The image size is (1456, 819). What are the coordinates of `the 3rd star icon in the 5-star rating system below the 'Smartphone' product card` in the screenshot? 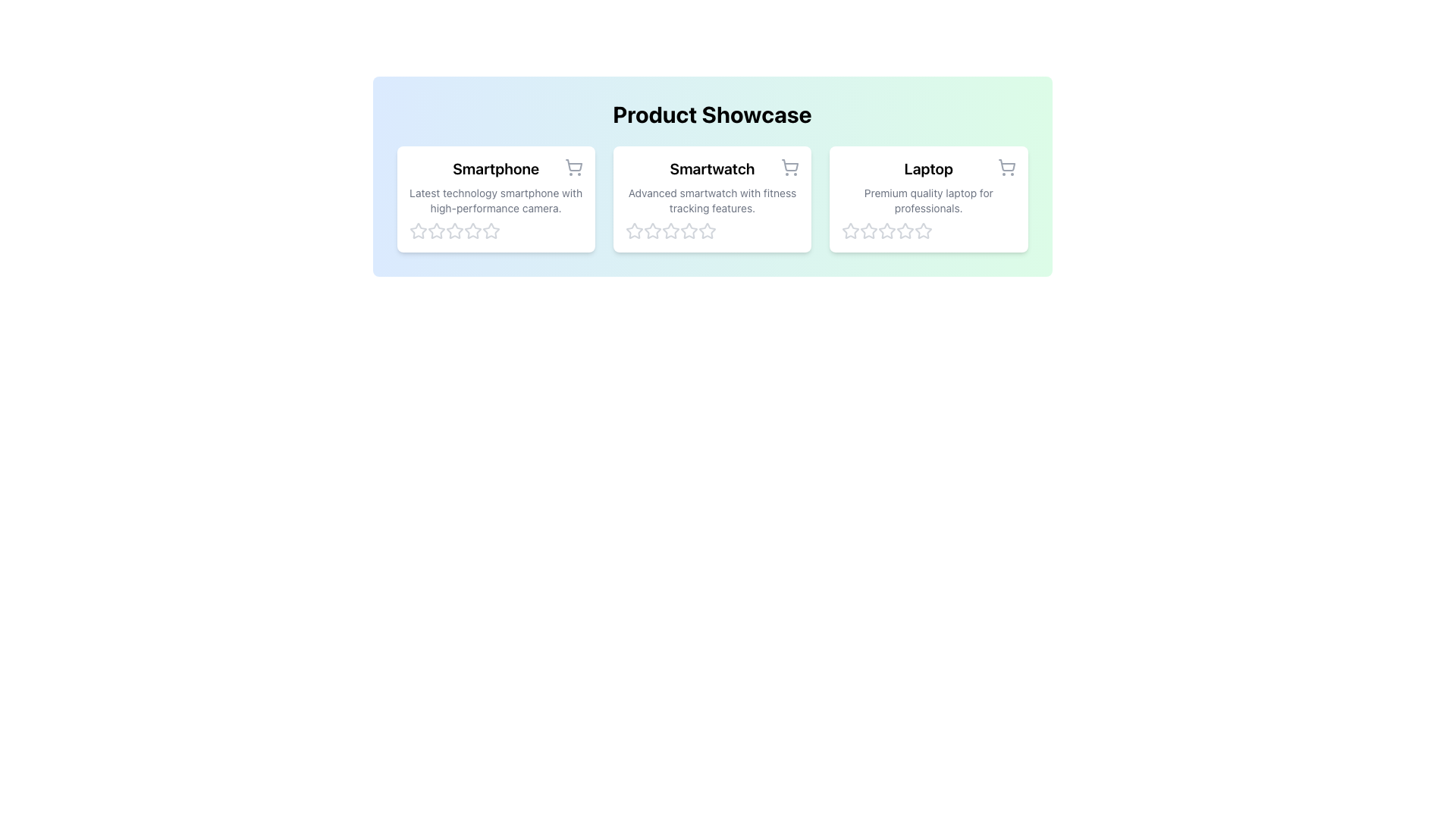 It's located at (453, 231).